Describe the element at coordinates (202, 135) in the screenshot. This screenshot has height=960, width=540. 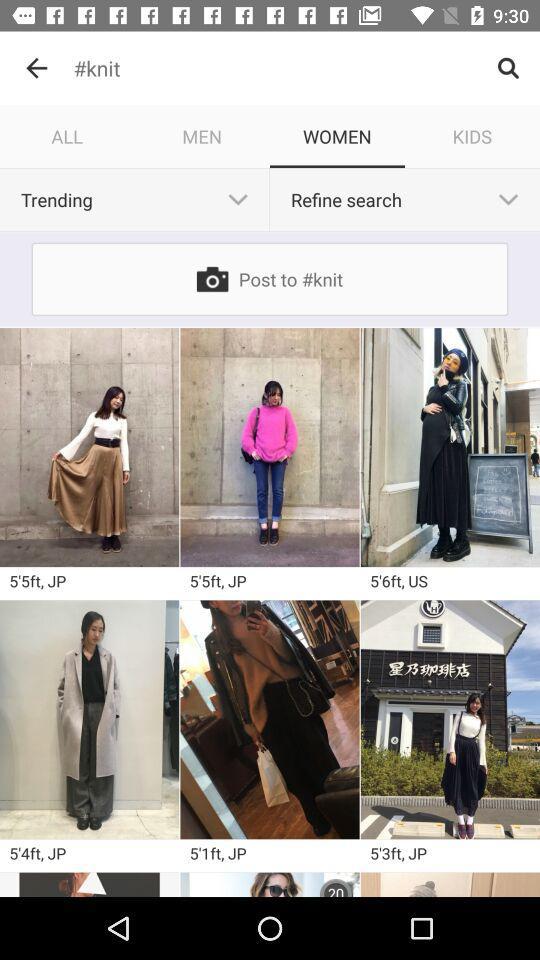
I see `icon to the right of all icon` at that location.